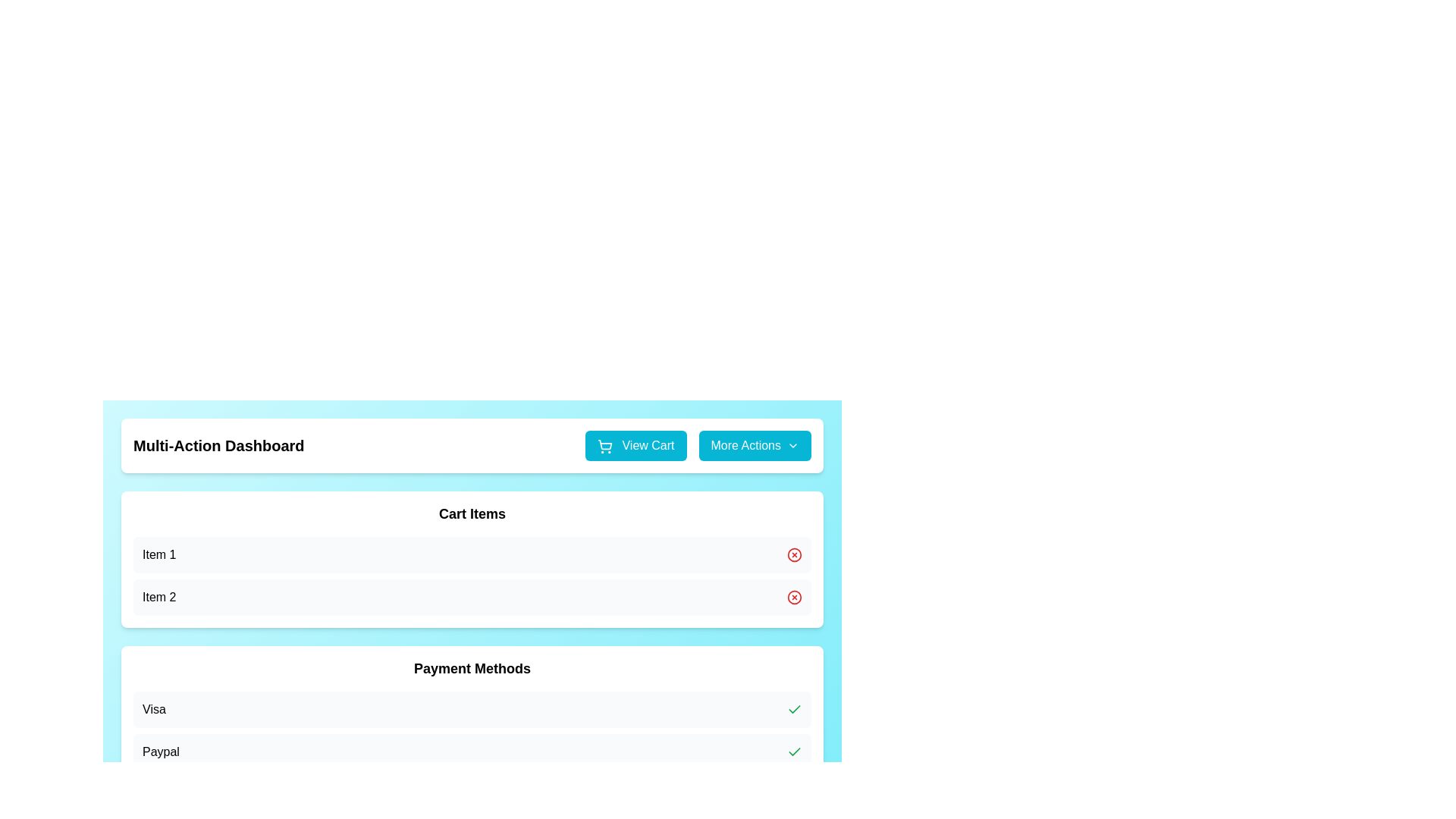 The width and height of the screenshot is (1456, 819). I want to click on the green checkmark icon located in the 'Payment Methods' section, specifically aligned with the 'Paypal' option row, indicating selection or confirmation, so click(793, 708).